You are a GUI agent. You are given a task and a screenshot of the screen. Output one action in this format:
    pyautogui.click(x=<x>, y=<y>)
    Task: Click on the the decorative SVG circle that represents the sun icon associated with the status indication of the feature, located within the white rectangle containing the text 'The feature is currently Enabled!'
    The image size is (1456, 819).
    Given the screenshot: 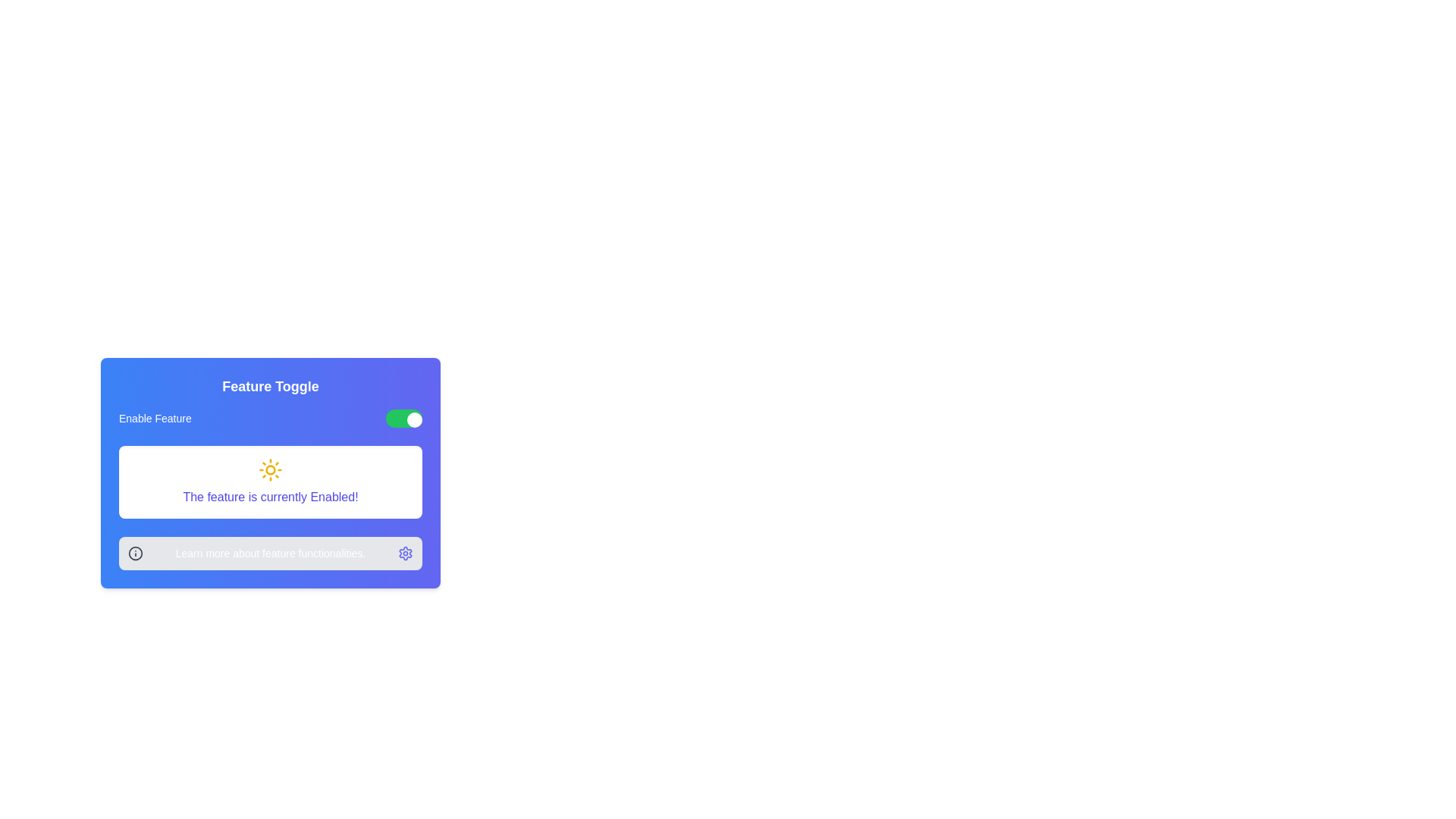 What is the action you would take?
    pyautogui.click(x=270, y=469)
    